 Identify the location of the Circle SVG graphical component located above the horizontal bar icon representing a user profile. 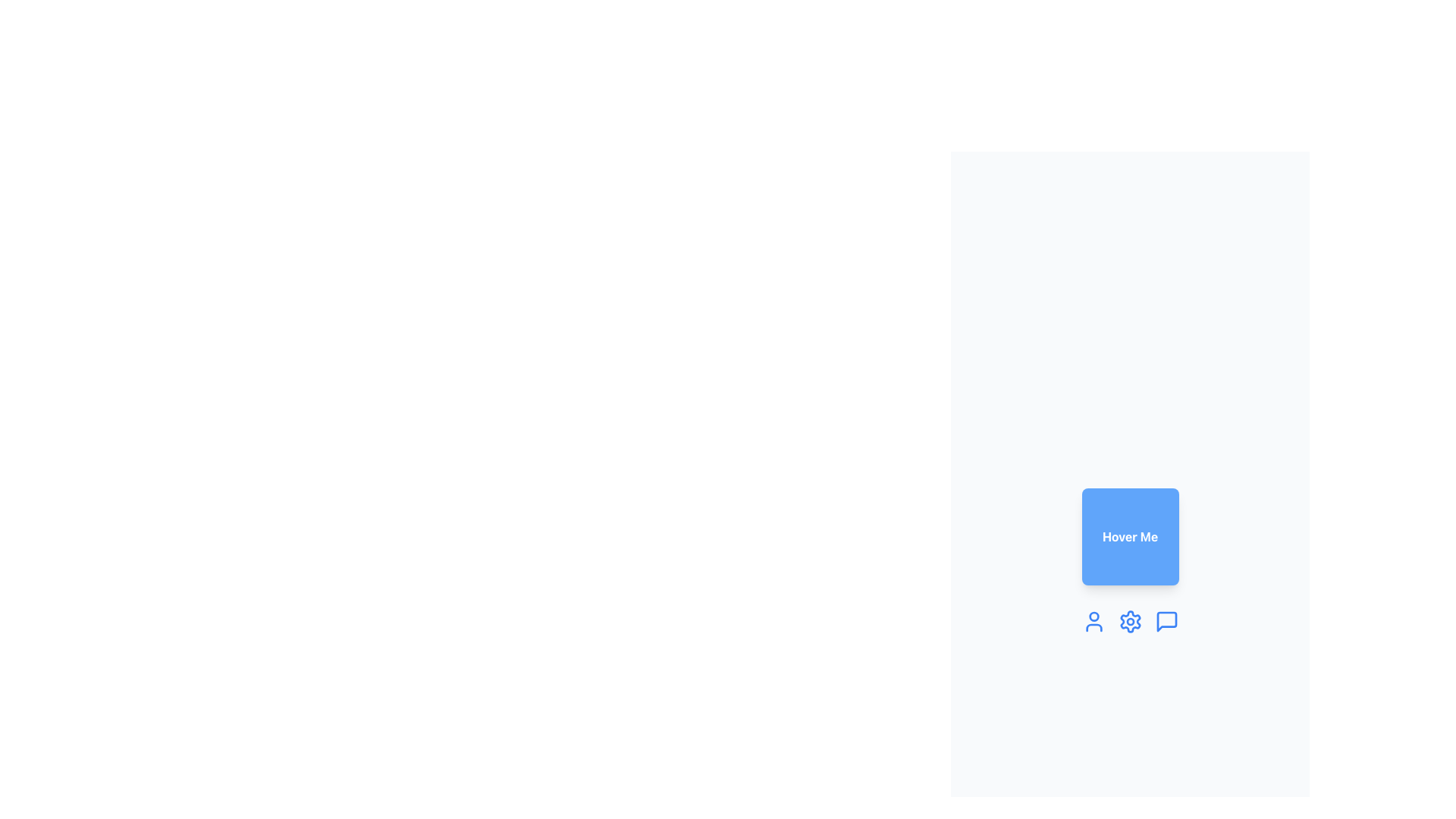
(1094, 617).